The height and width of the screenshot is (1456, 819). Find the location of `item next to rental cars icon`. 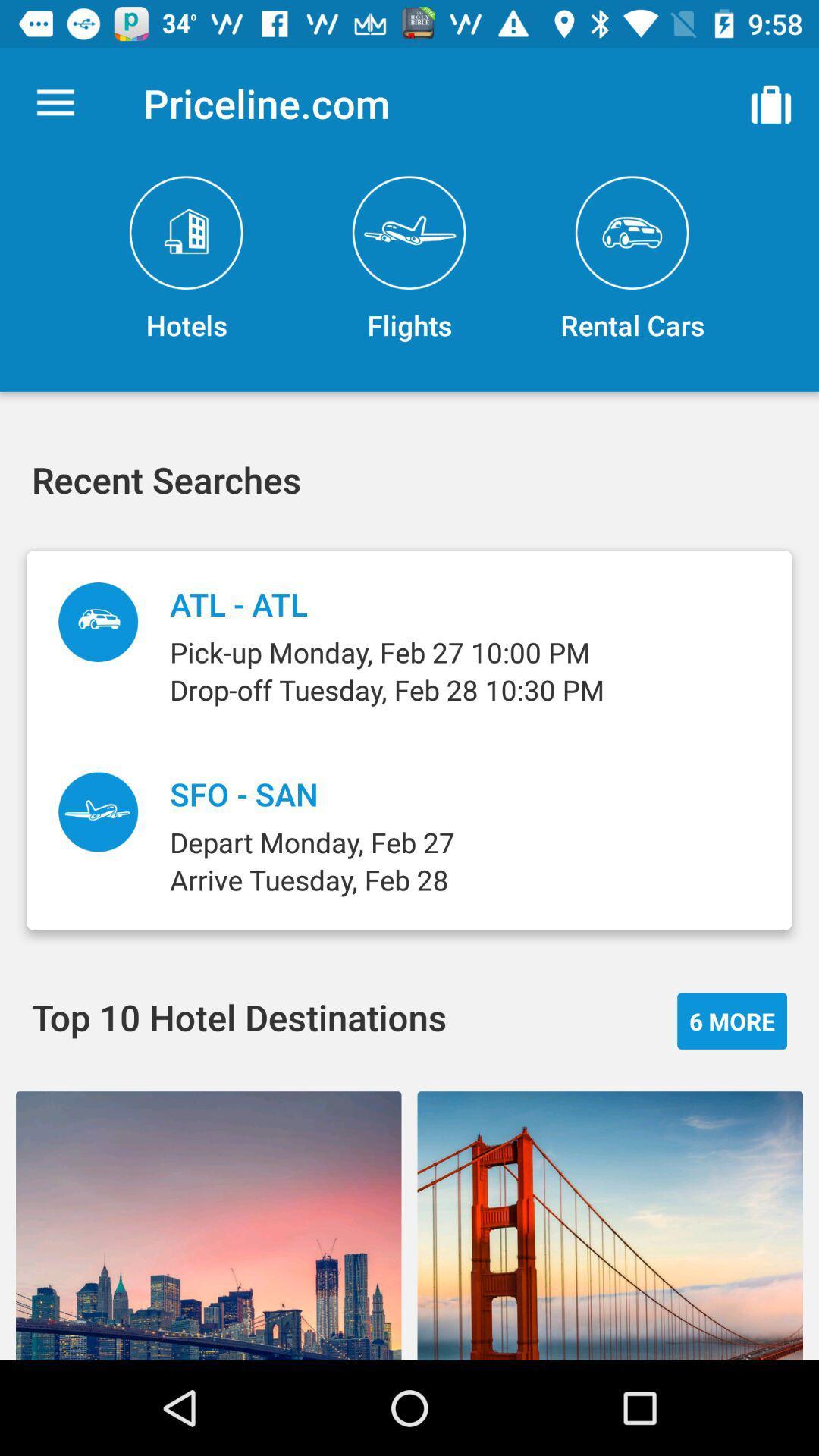

item next to rental cars icon is located at coordinates (409, 259).